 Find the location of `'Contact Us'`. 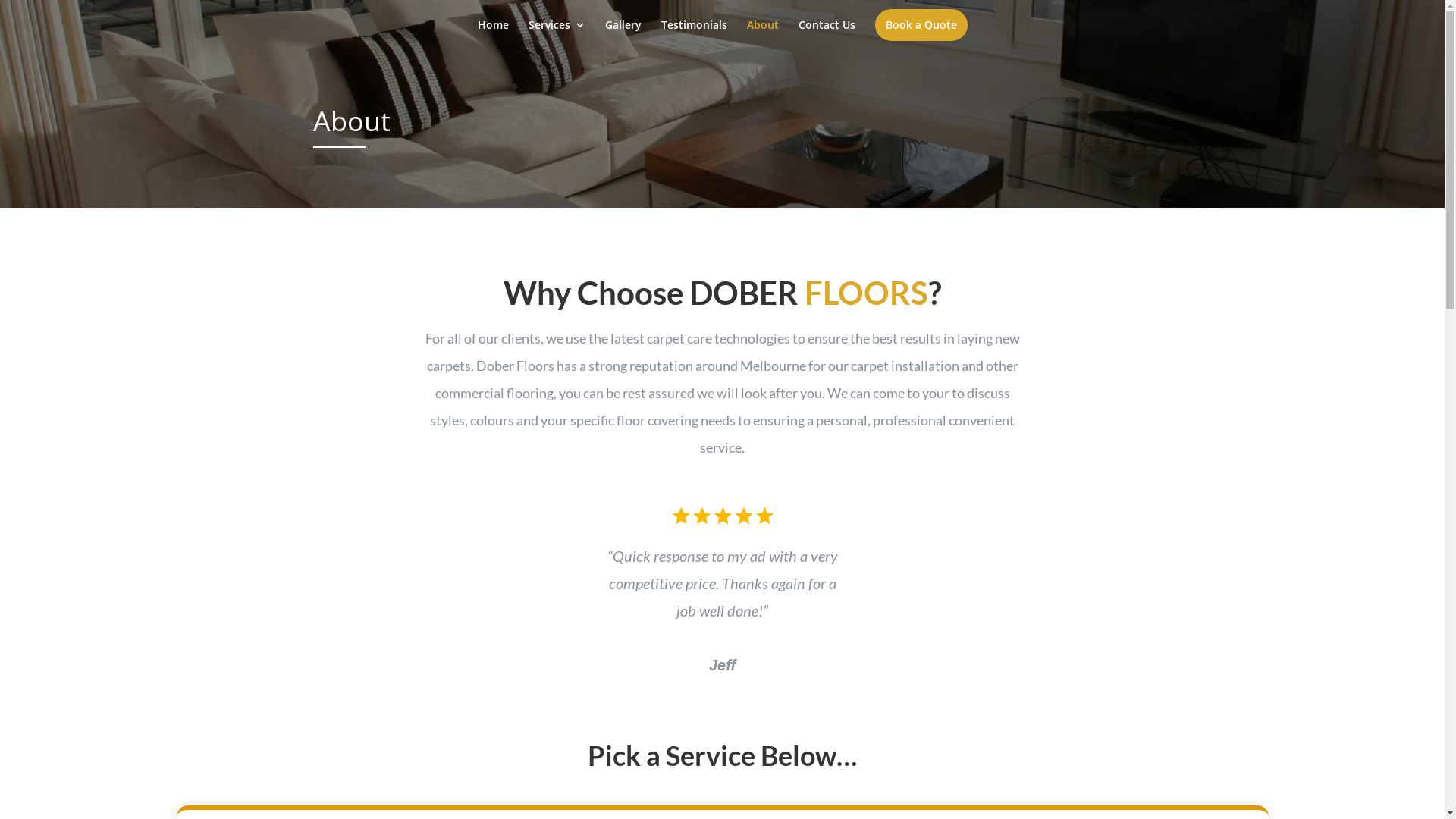

'Contact Us' is located at coordinates (825, 34).